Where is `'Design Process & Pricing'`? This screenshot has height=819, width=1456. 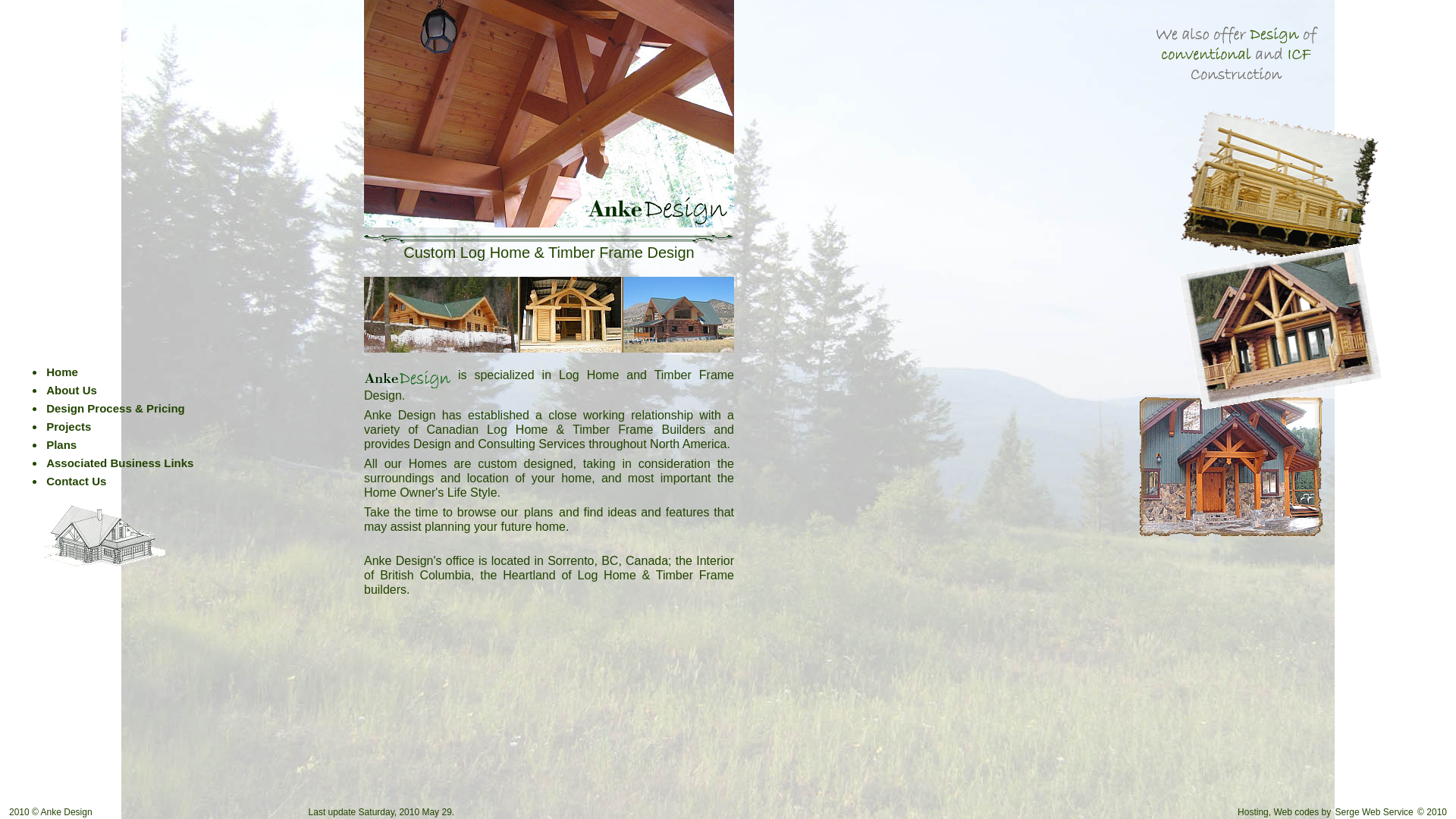 'Design Process & Pricing' is located at coordinates (115, 407).